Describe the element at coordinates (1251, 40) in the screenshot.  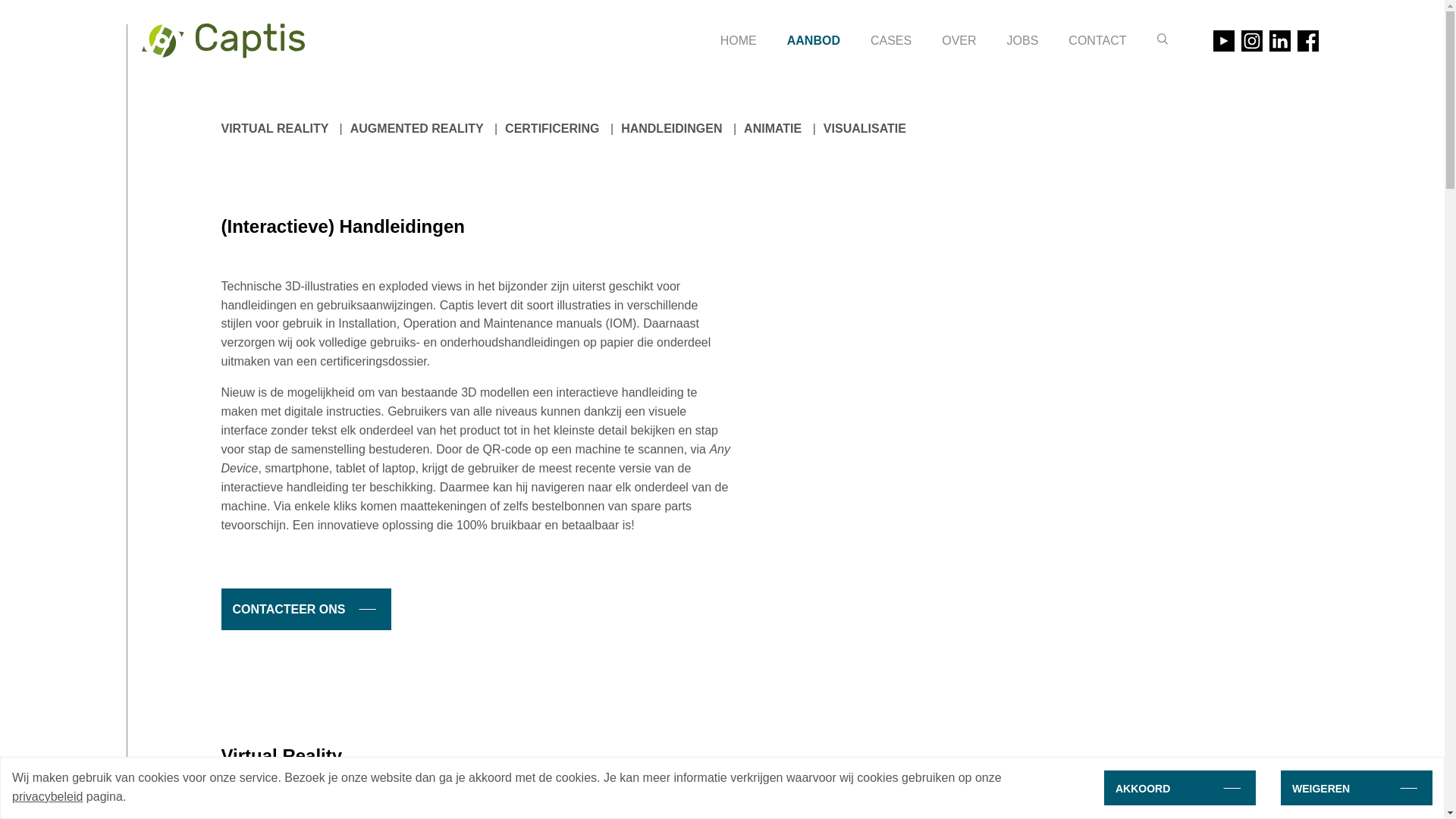
I see `'Bezoek onze Instagram pagina'` at that location.